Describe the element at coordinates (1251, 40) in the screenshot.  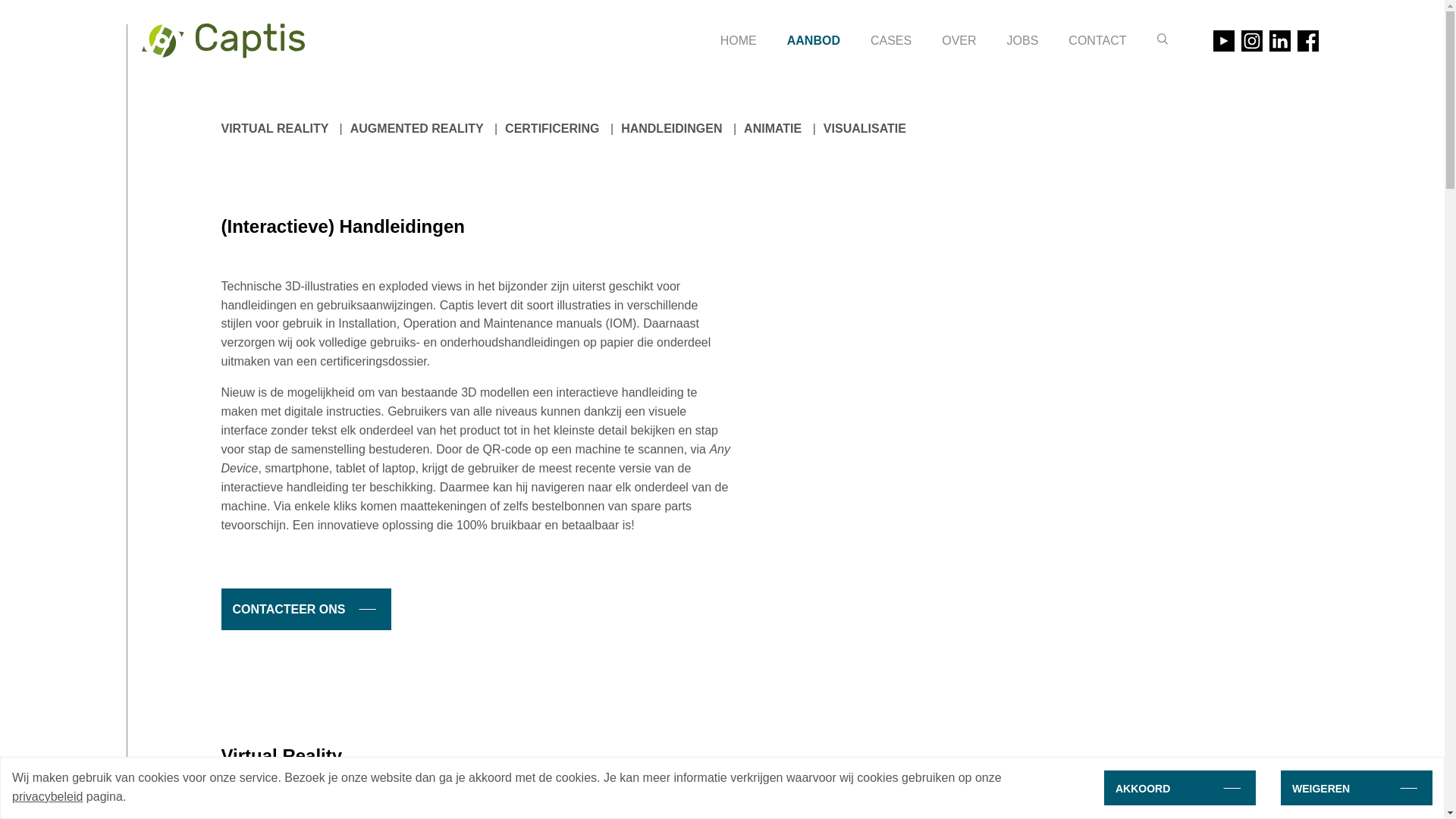
I see `'Bezoek onze Instagram pagina'` at that location.